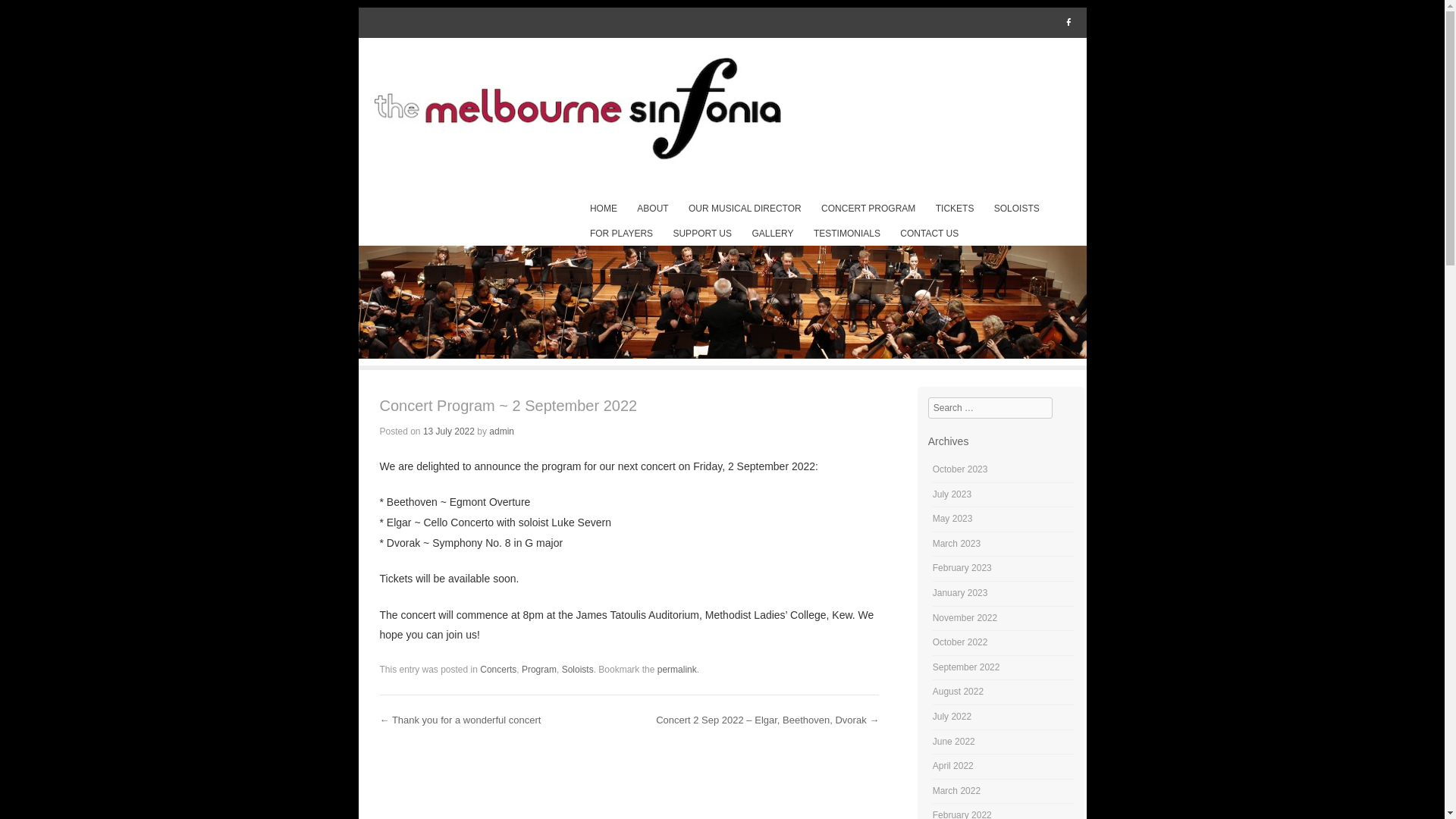 The width and height of the screenshot is (1456, 819). I want to click on 'TICKETS', so click(927, 209).